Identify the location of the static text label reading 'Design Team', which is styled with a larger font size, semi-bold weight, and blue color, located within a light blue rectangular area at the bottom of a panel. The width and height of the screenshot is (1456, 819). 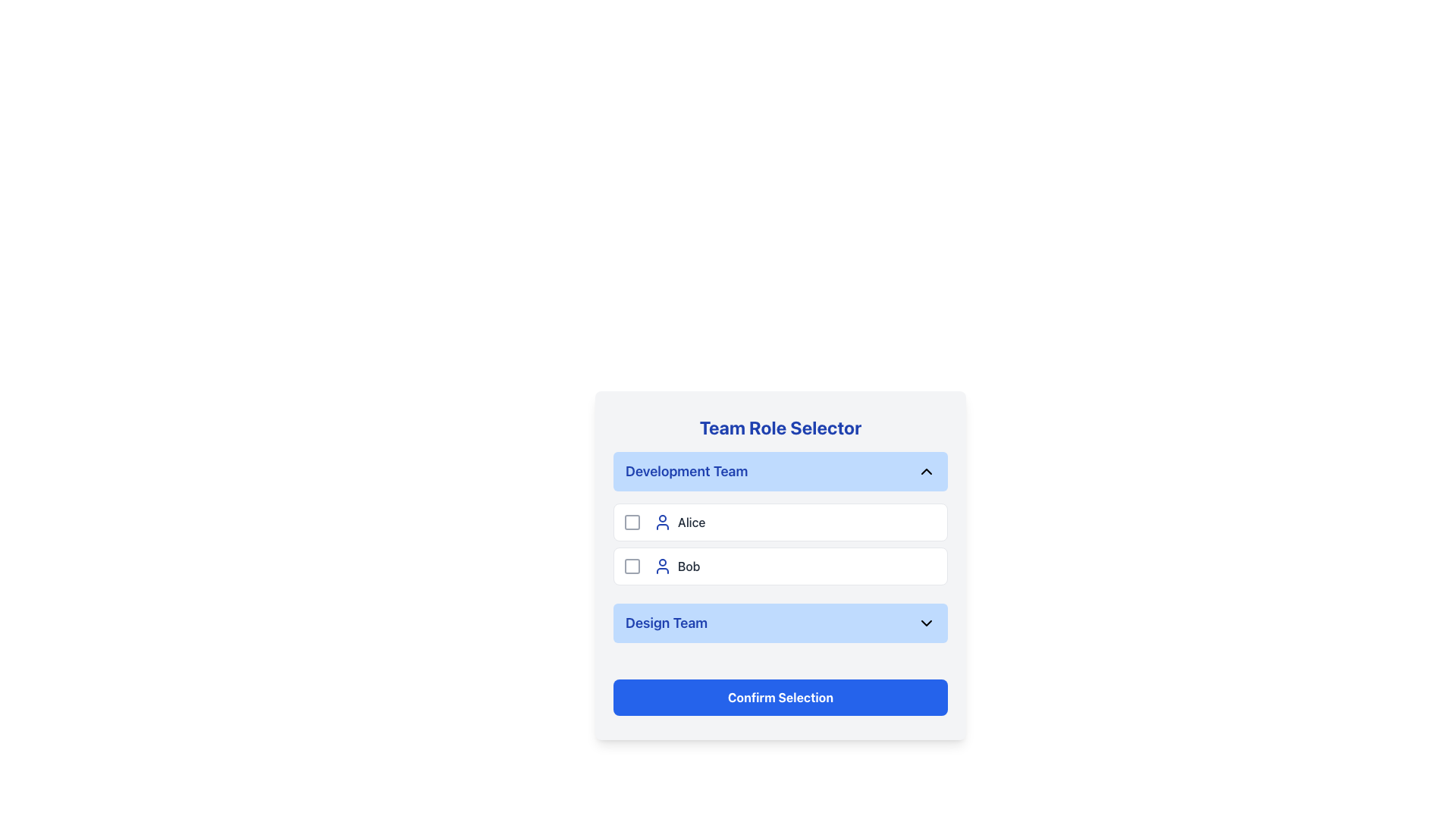
(667, 623).